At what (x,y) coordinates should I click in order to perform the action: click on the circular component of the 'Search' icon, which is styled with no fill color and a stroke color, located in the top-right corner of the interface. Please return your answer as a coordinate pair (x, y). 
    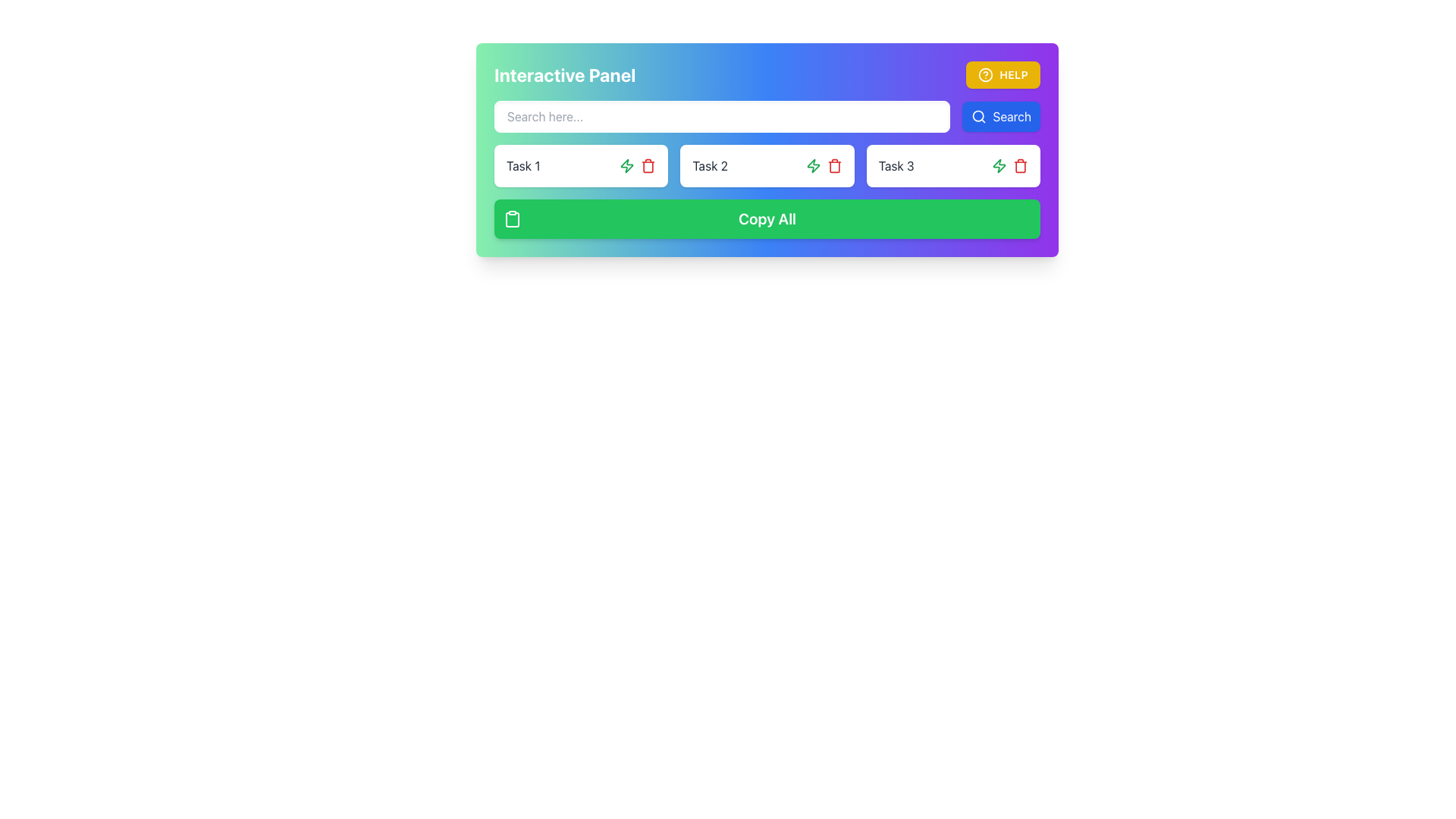
    Looking at the image, I should click on (978, 115).